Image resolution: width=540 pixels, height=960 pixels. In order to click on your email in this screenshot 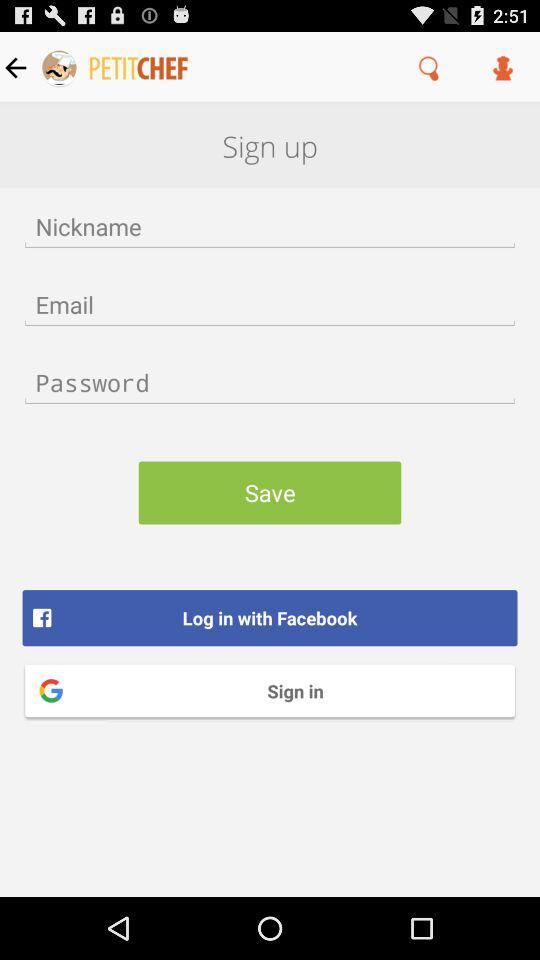, I will do `click(270, 304)`.